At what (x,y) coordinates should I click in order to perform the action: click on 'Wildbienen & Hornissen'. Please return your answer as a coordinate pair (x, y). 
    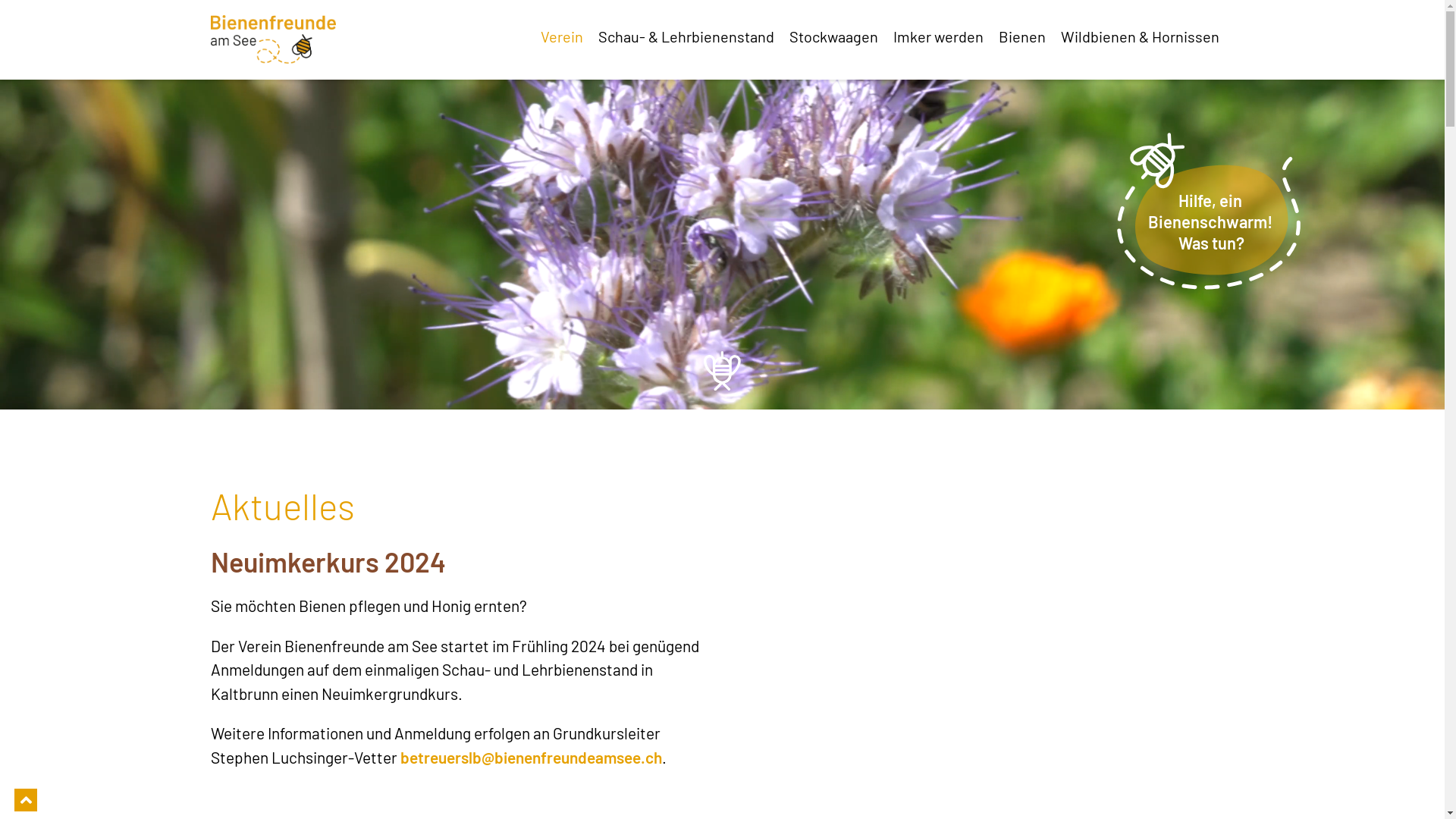
    Looking at the image, I should click on (1147, 35).